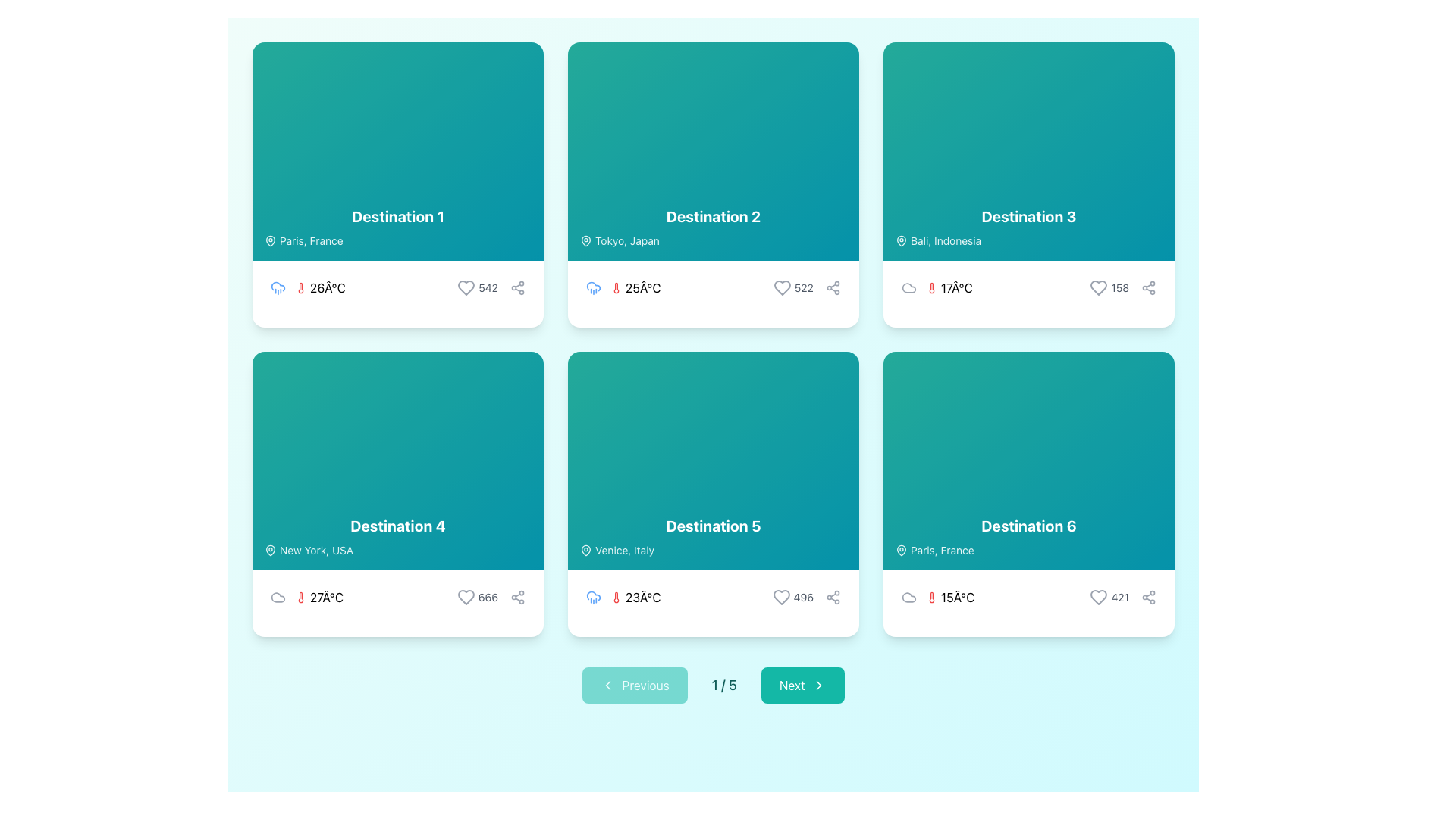 The height and width of the screenshot is (819, 1456). I want to click on the heart-shaped icon button, which is styled with a hollow outline and located at the bottom right section of the second card in the grid layout, adjacent to the likes count (522), so click(782, 288).